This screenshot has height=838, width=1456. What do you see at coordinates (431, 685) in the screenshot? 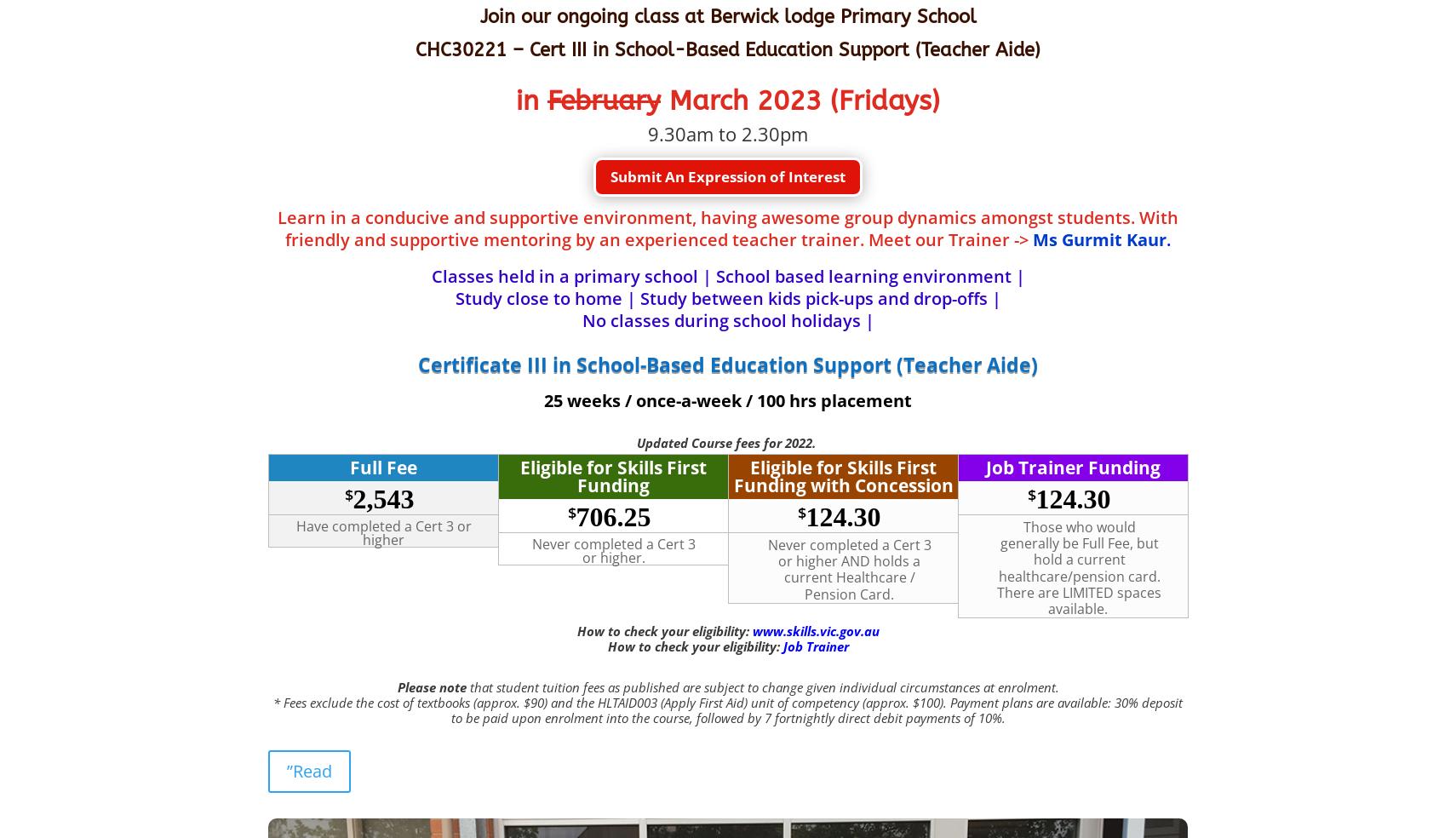
I see `'Please note'` at bounding box center [431, 685].